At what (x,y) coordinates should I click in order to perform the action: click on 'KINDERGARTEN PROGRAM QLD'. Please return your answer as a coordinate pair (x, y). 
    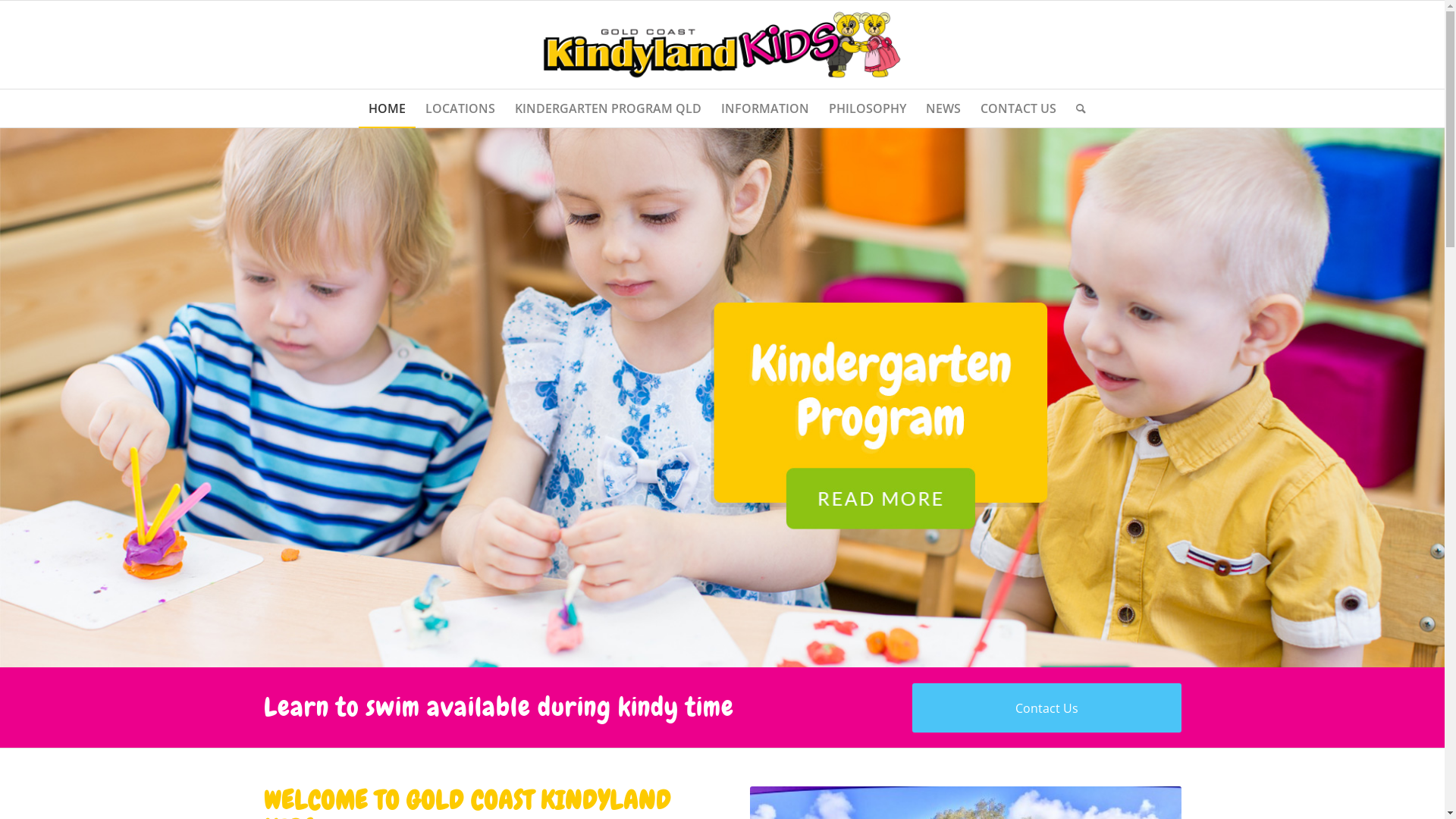
    Looking at the image, I should click on (607, 107).